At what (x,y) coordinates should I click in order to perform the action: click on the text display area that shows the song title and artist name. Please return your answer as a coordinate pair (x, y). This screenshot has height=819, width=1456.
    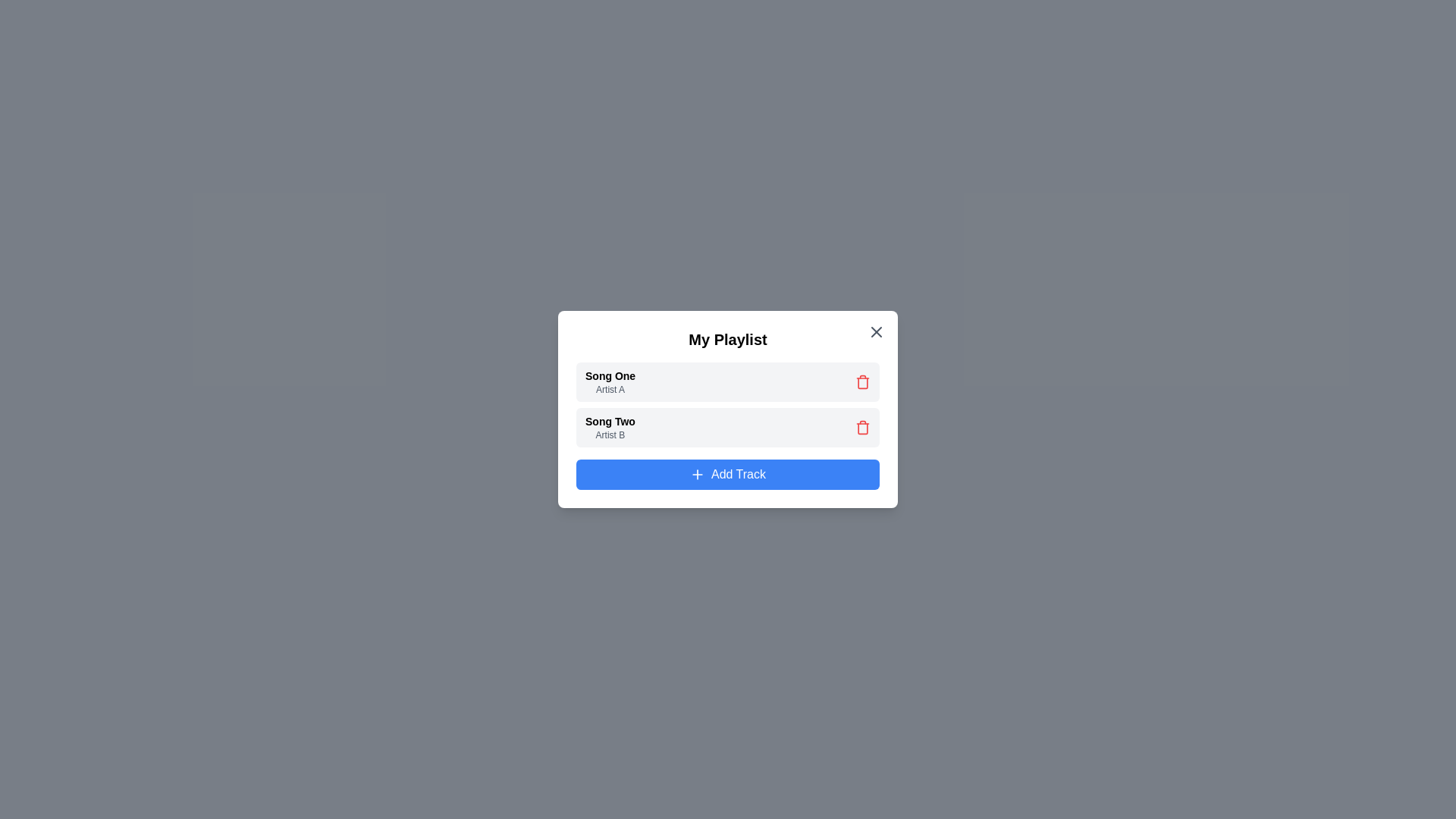
    Looking at the image, I should click on (610, 427).